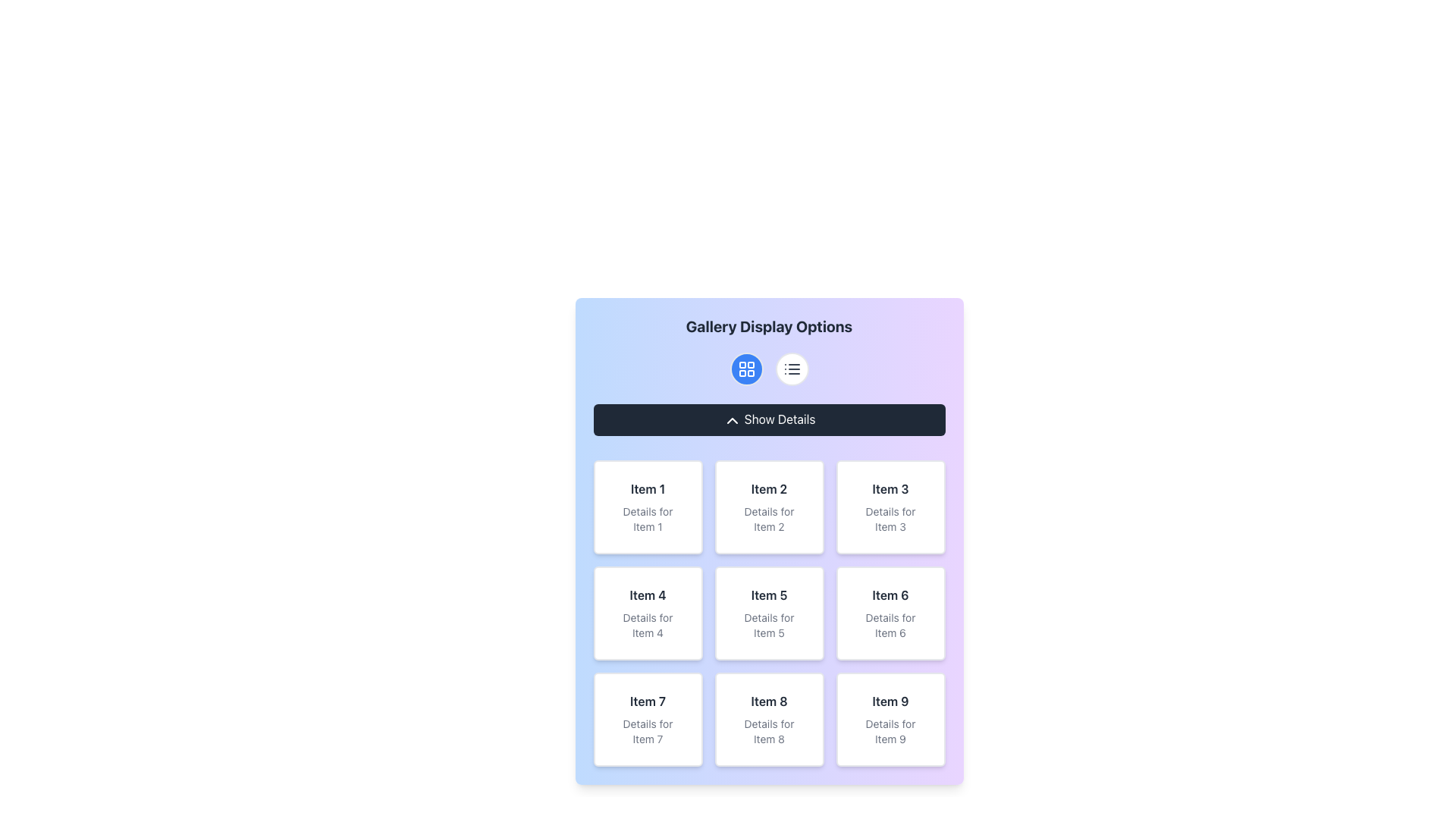 The width and height of the screenshot is (1456, 819). What do you see at coordinates (648, 488) in the screenshot?
I see `the non-interactive text label at the top of the first card in the 3x3 grid layout, which provides information about its associated item` at bounding box center [648, 488].